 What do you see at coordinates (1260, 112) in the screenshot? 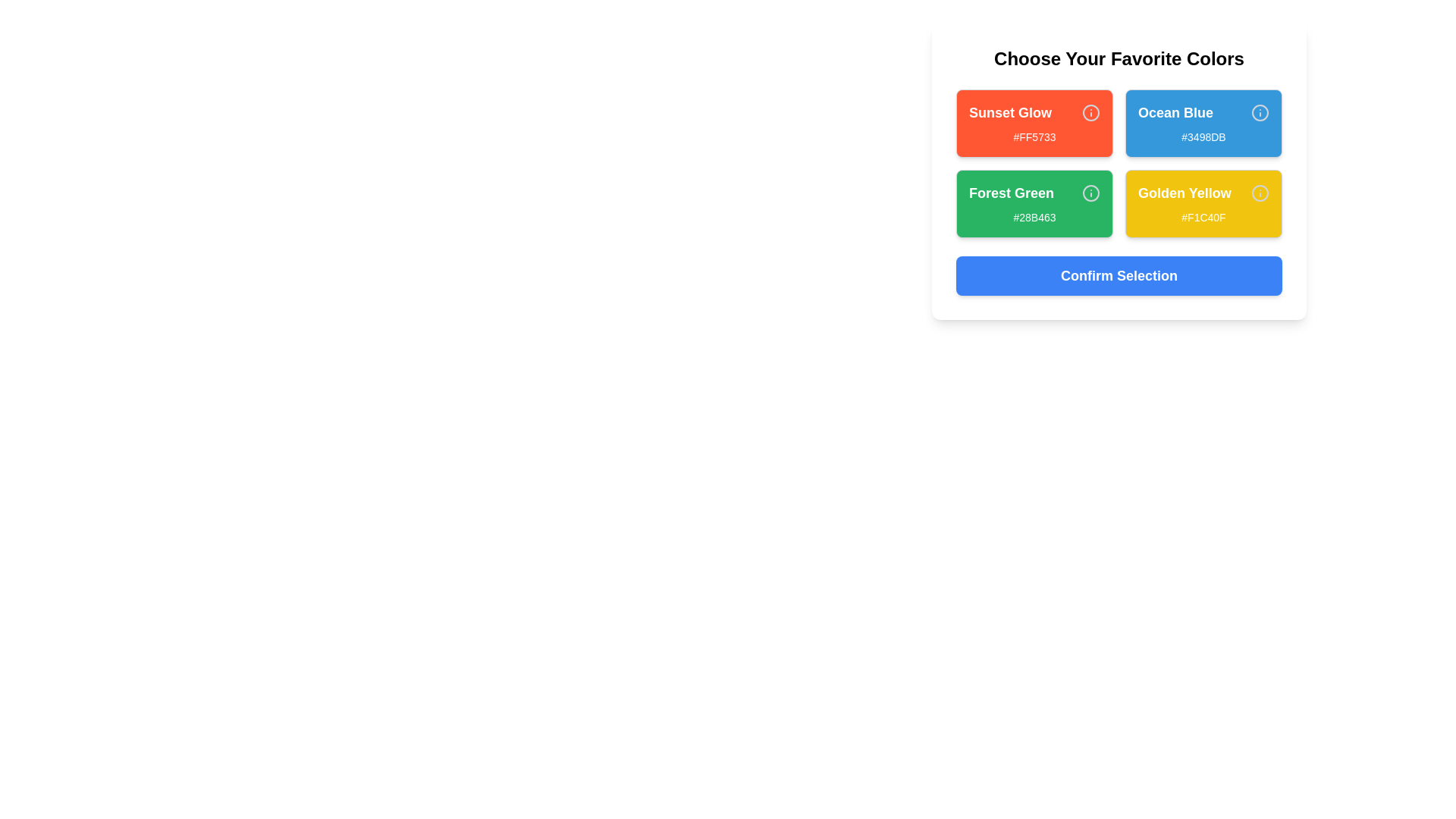
I see `the 'Info' icon for the color Ocean Blue` at bounding box center [1260, 112].